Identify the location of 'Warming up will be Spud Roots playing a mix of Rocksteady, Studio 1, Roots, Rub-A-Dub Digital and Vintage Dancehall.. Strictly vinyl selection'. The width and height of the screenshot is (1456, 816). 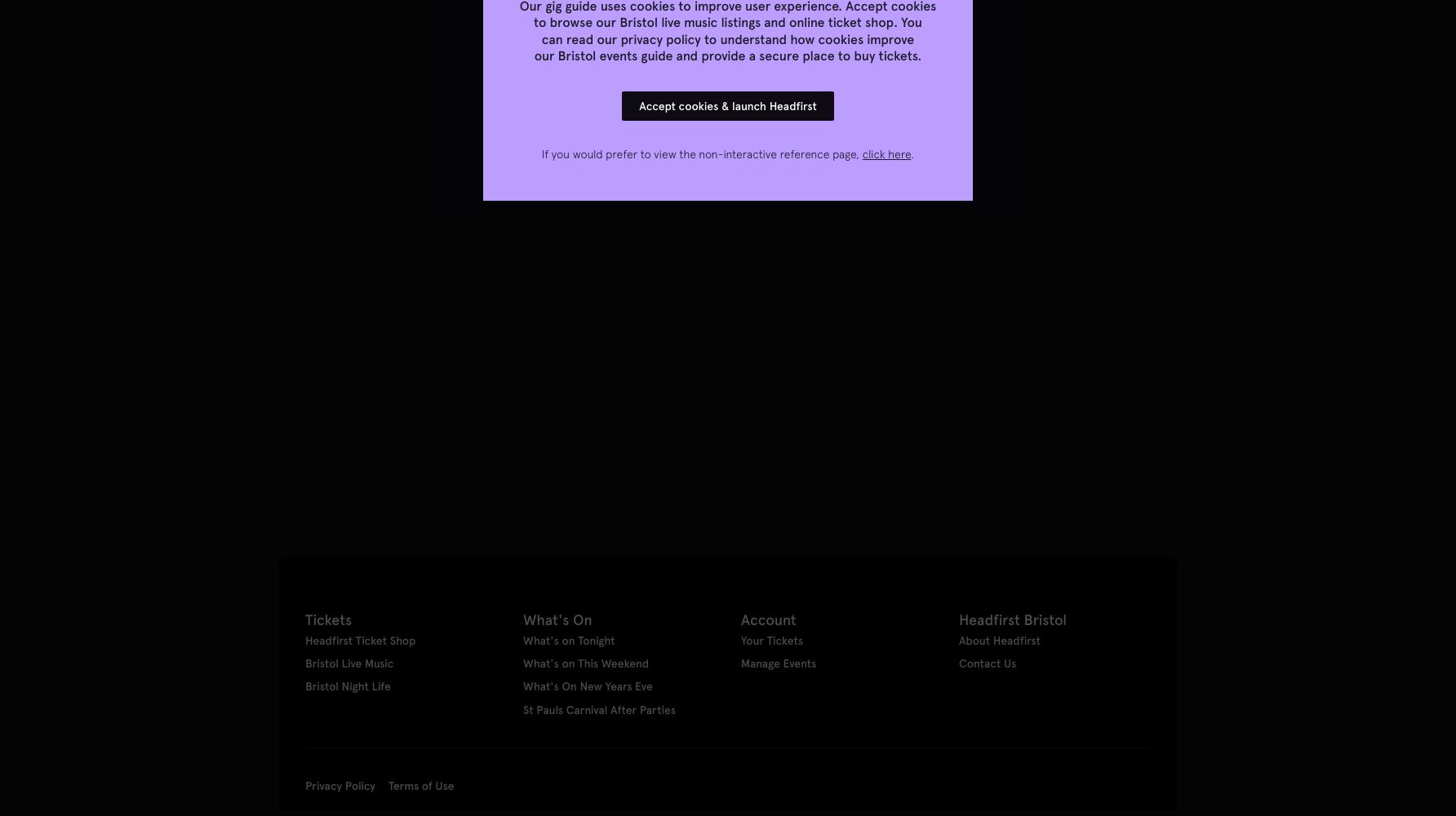
(277, 409).